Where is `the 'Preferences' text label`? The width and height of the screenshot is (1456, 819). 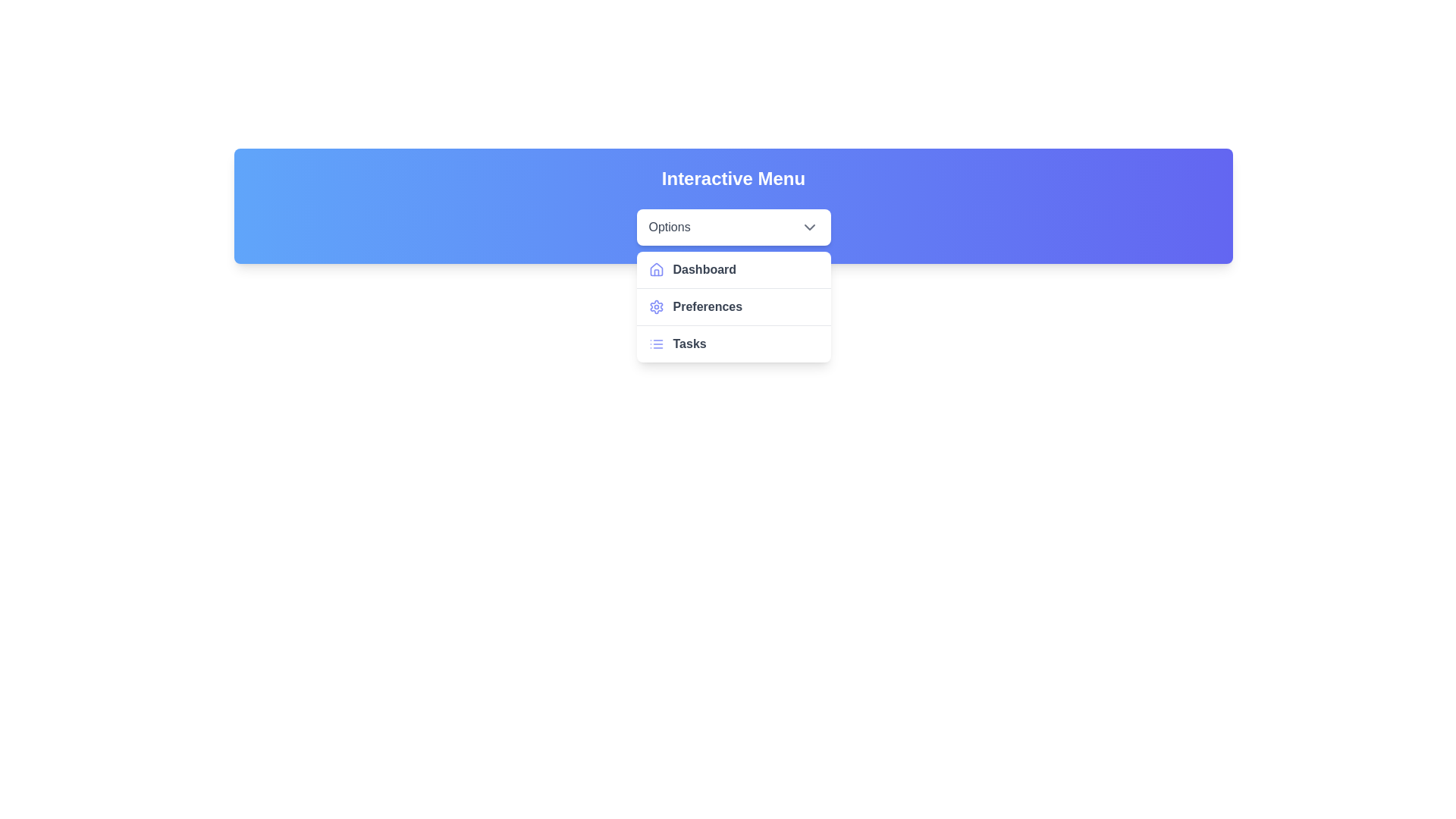
the 'Preferences' text label is located at coordinates (707, 307).